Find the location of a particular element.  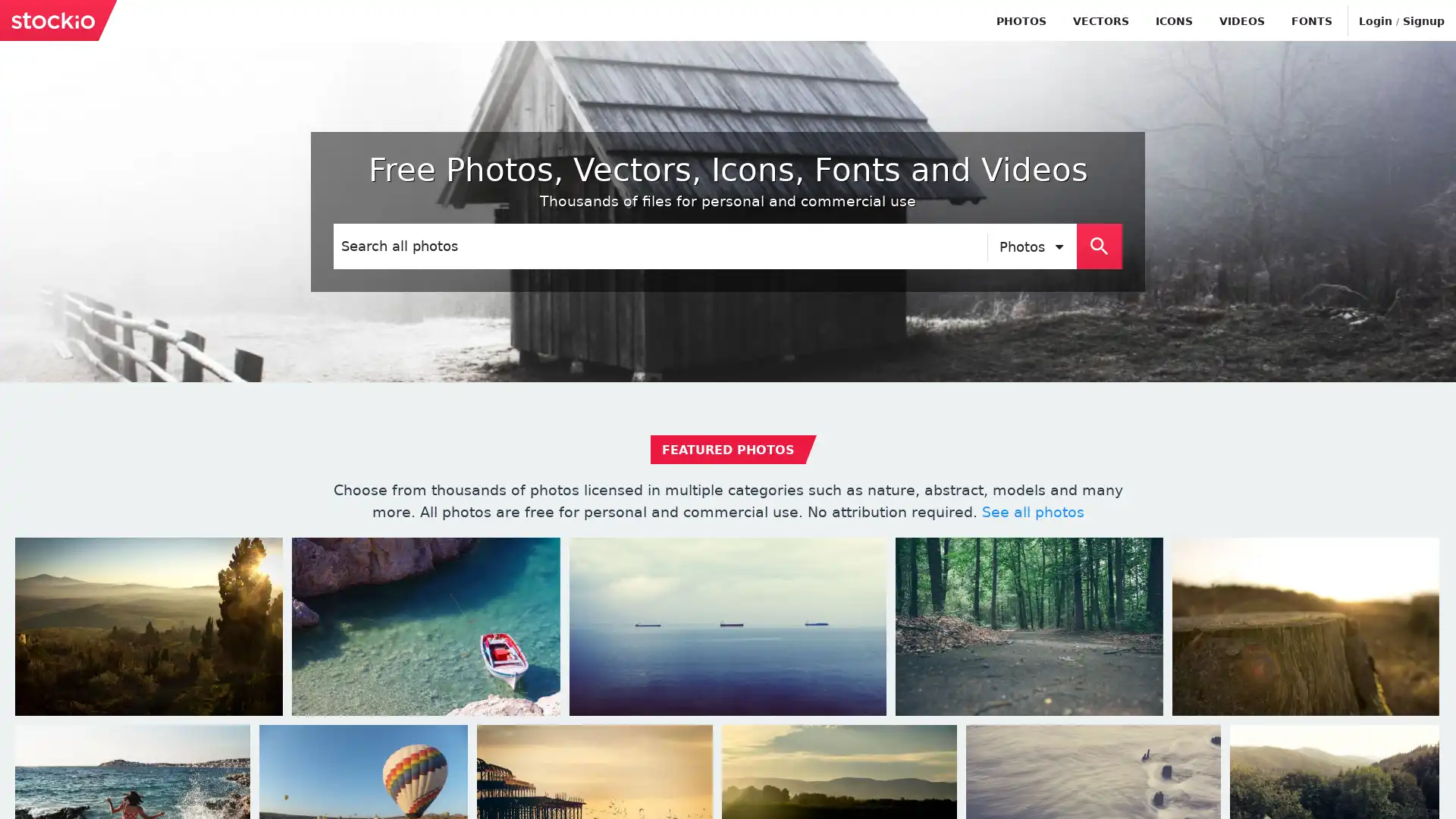

SEARCH is located at coordinates (1099, 245).